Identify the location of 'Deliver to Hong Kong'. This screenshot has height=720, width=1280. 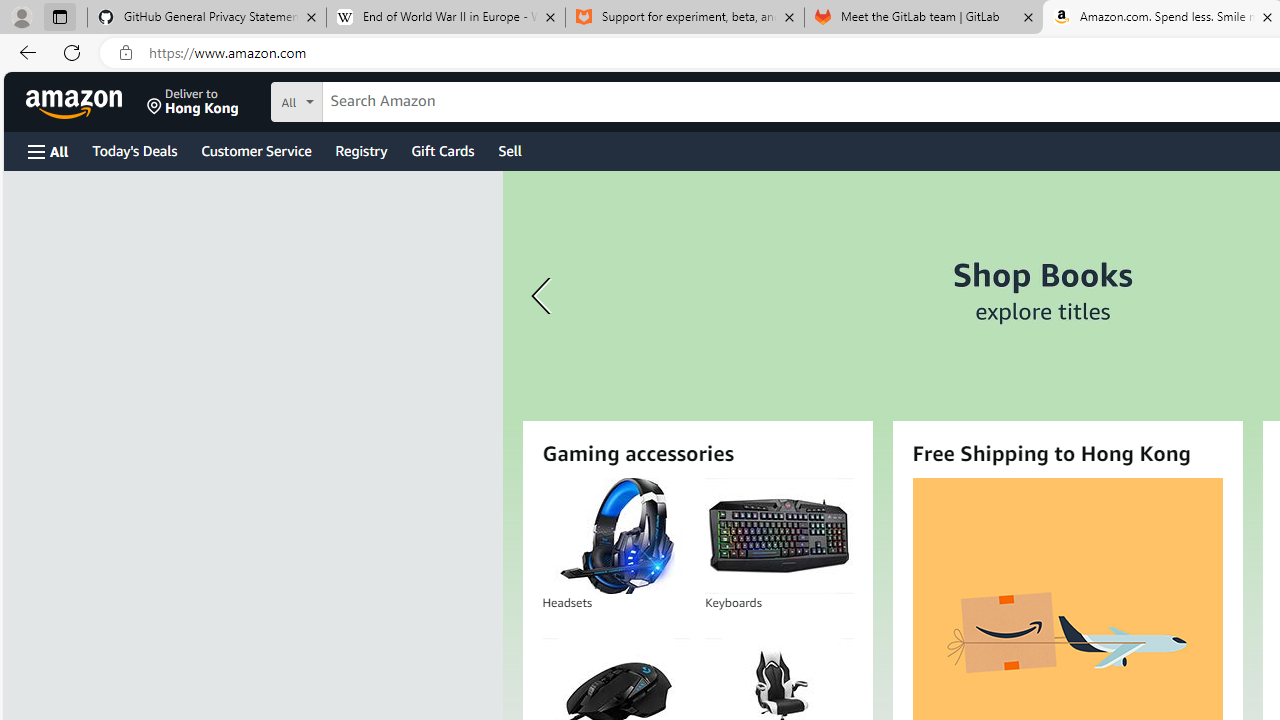
(193, 101).